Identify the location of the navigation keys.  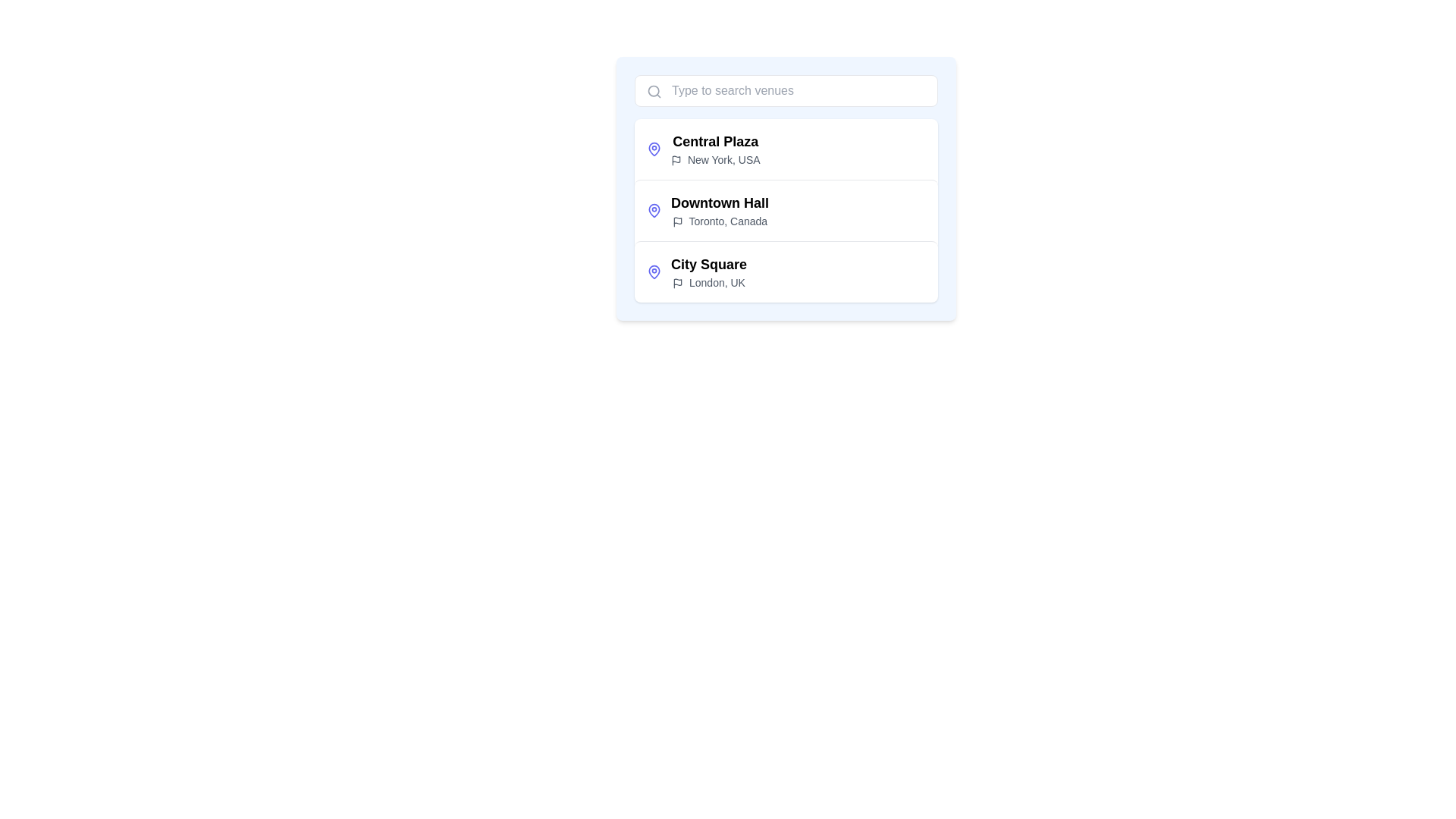
(708, 271).